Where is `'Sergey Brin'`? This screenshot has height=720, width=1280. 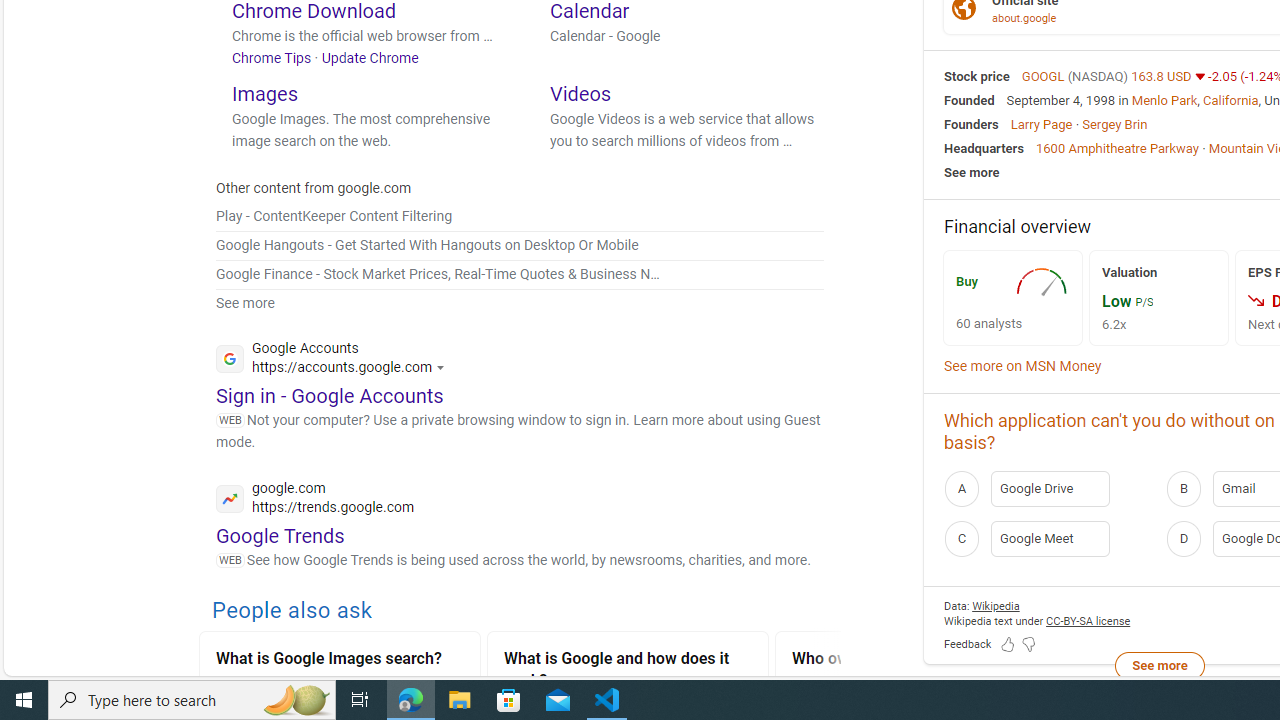 'Sergey Brin' is located at coordinates (1113, 123).